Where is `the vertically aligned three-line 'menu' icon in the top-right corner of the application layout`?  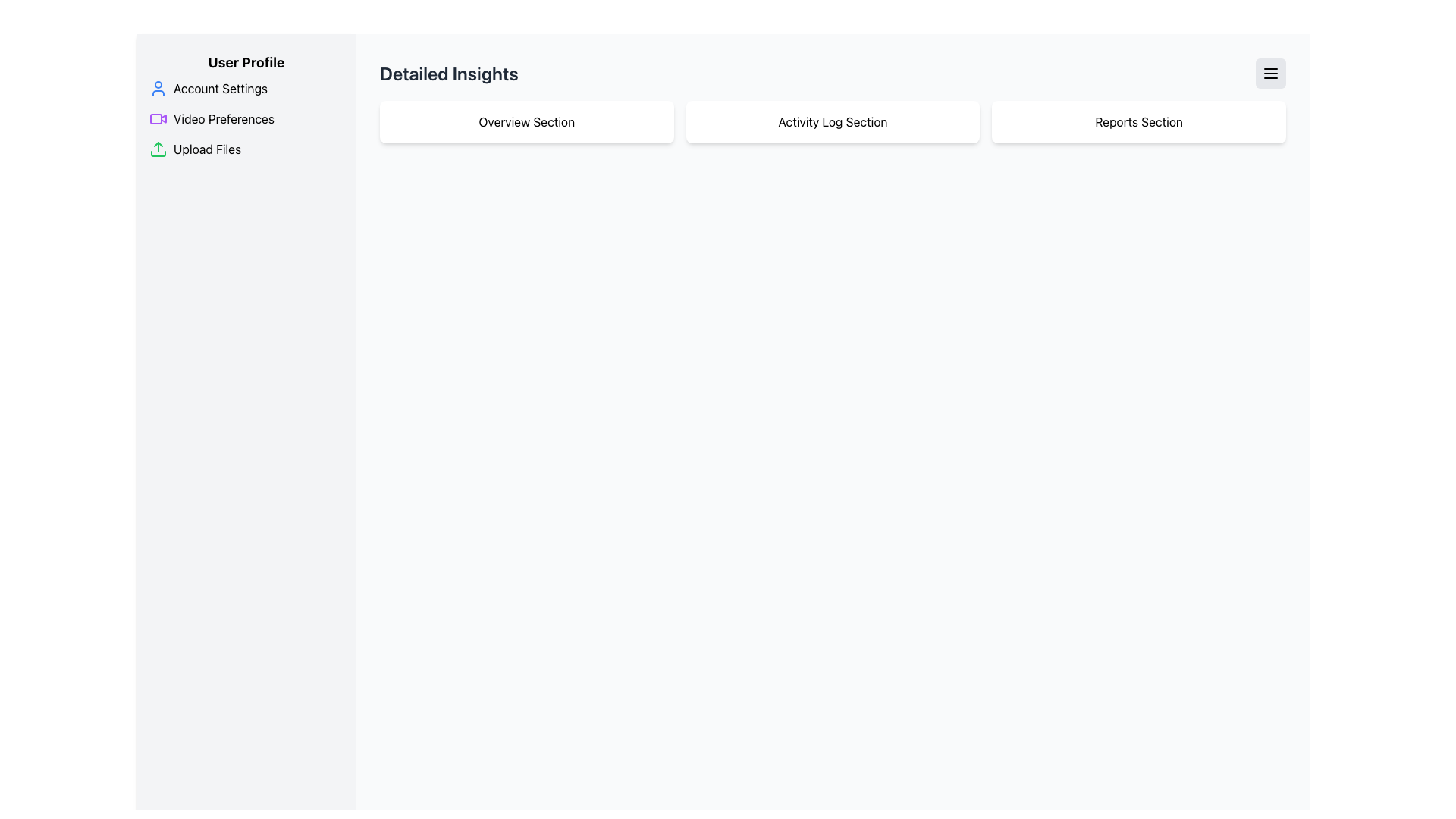 the vertically aligned three-line 'menu' icon in the top-right corner of the application layout is located at coordinates (1270, 73).